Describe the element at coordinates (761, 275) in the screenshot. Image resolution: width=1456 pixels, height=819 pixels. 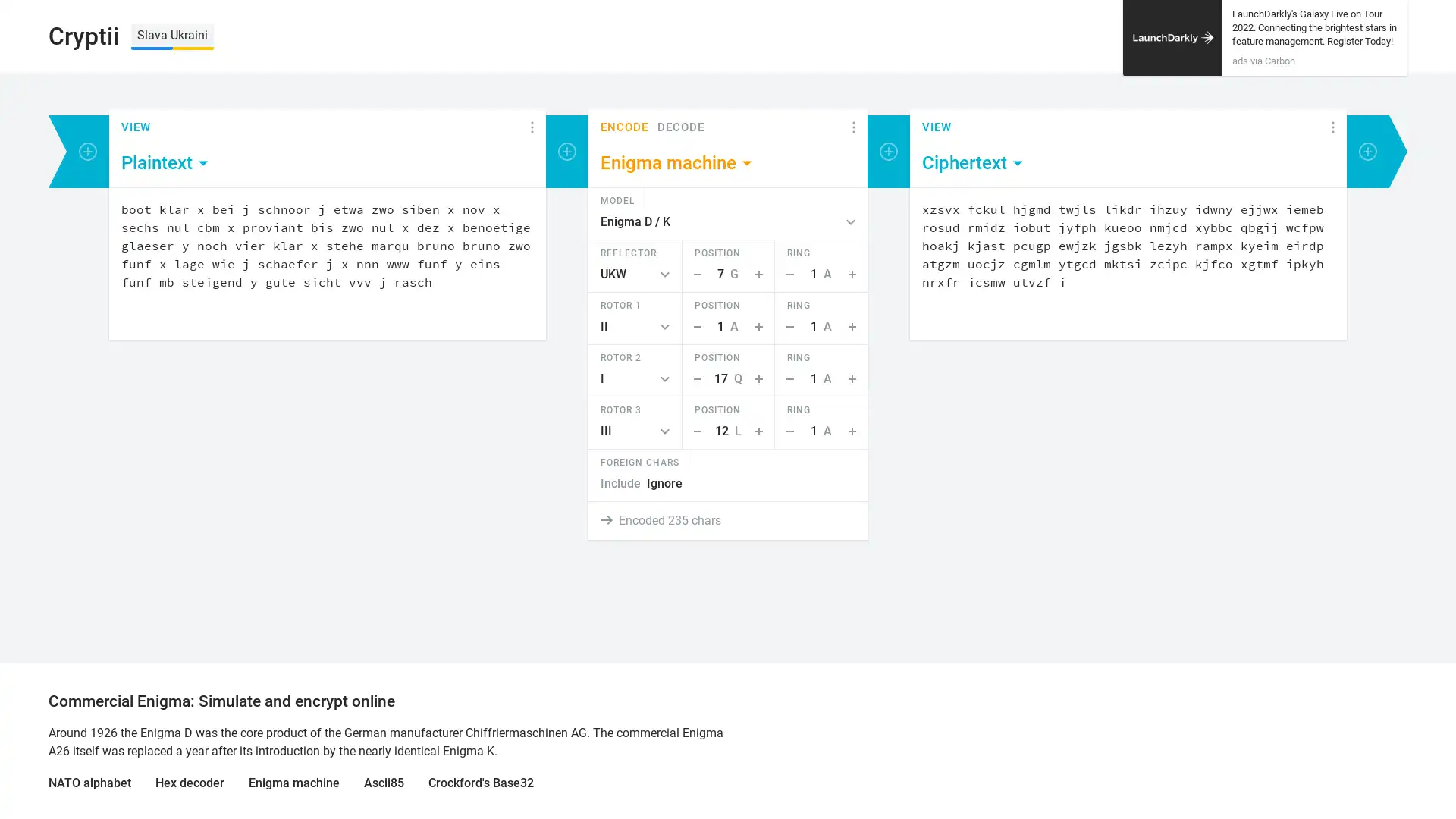
I see `Step Up` at that location.